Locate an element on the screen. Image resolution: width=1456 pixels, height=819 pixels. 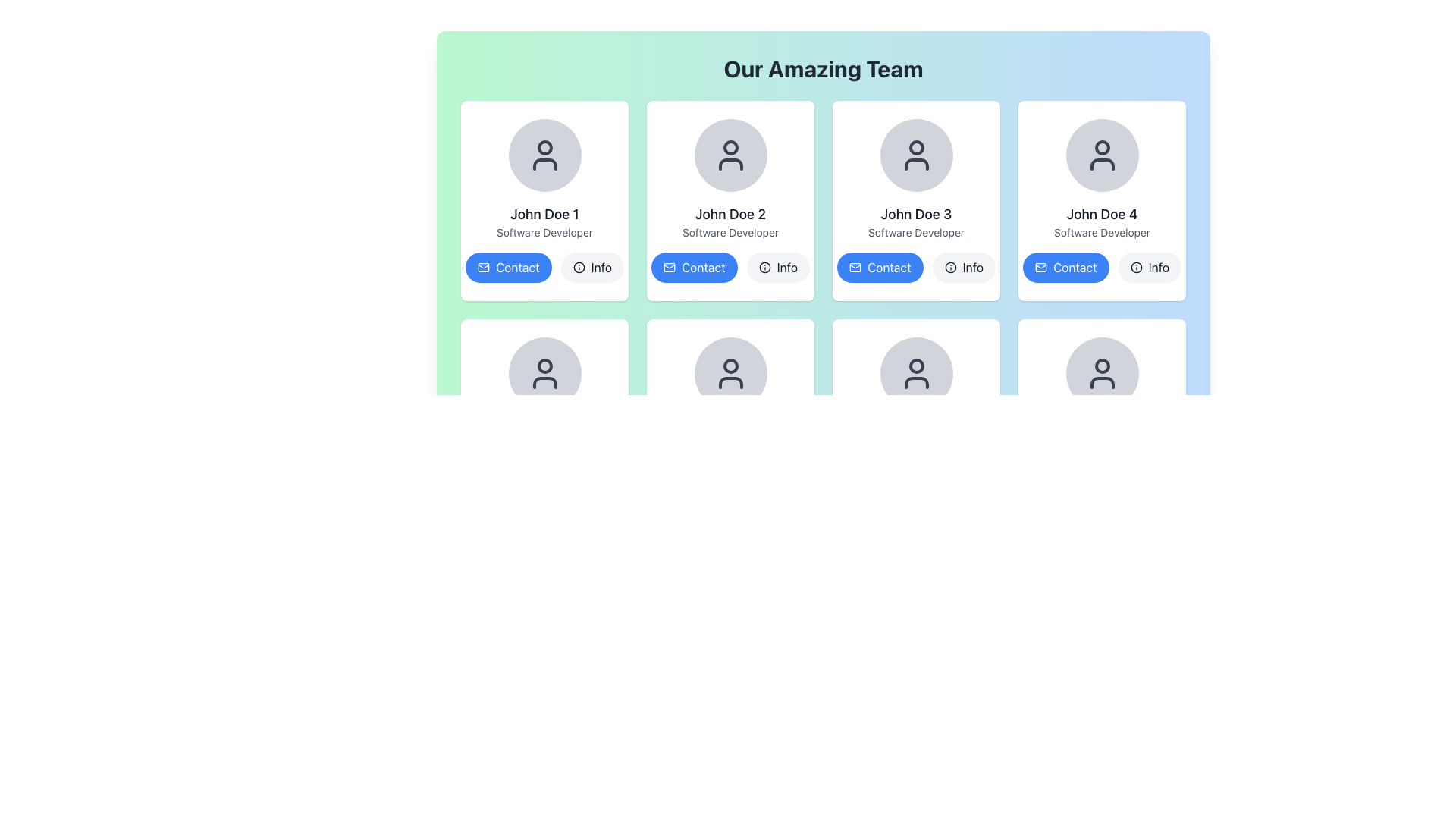
the information button located at the bottom right corner of the profile card for 'John Doe 4' is located at coordinates (1150, 267).